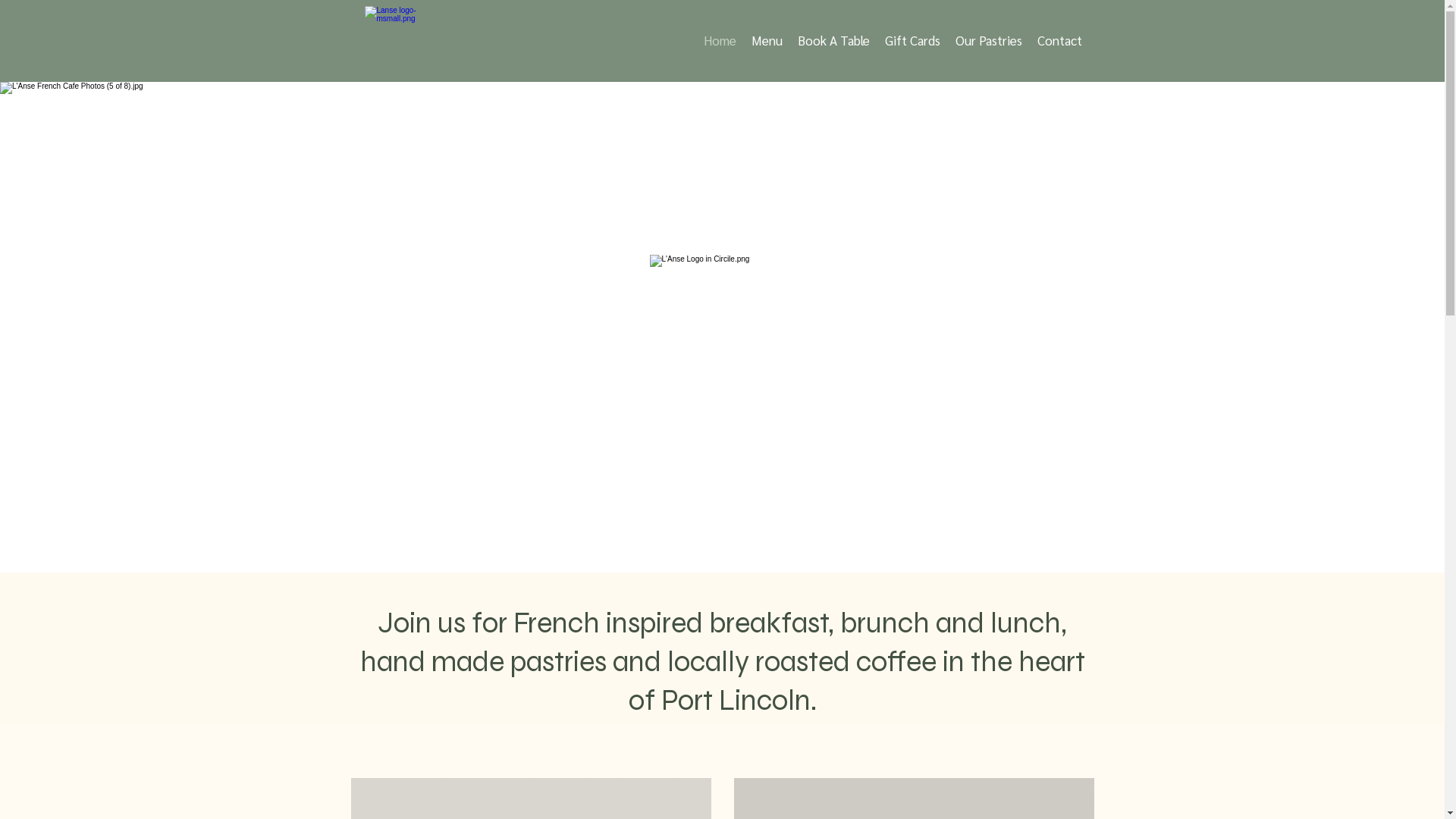  What do you see at coordinates (877, 39) in the screenshot?
I see `'Gift Cards'` at bounding box center [877, 39].